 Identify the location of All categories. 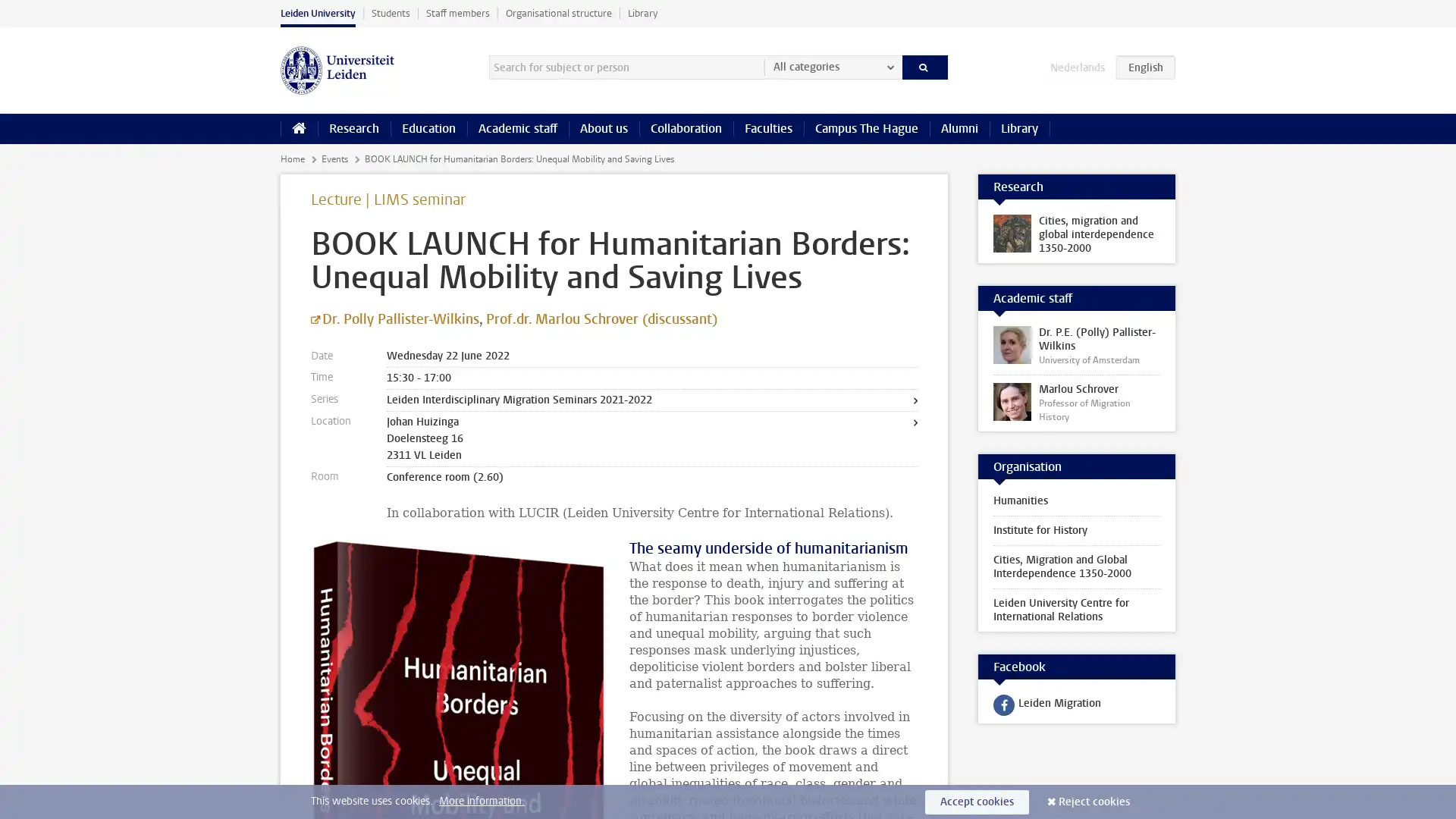
(832, 66).